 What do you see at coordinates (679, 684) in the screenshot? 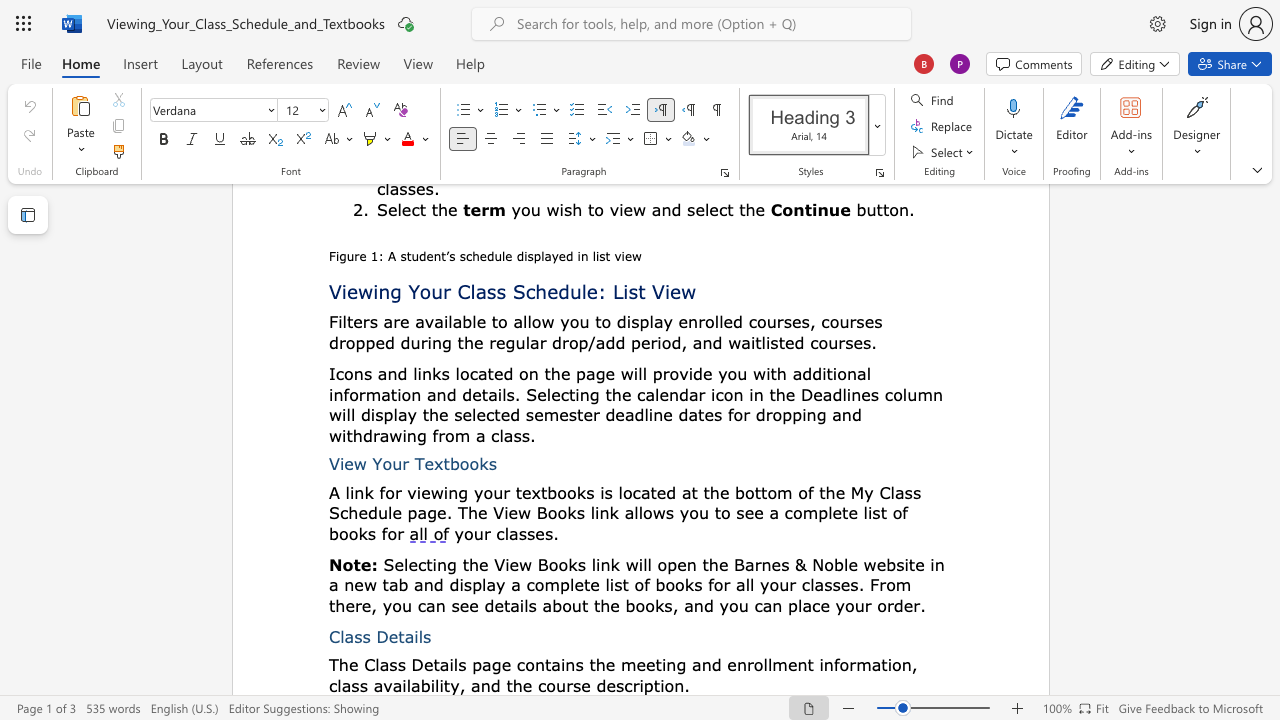
I see `the 8th character "n" in the text` at bounding box center [679, 684].